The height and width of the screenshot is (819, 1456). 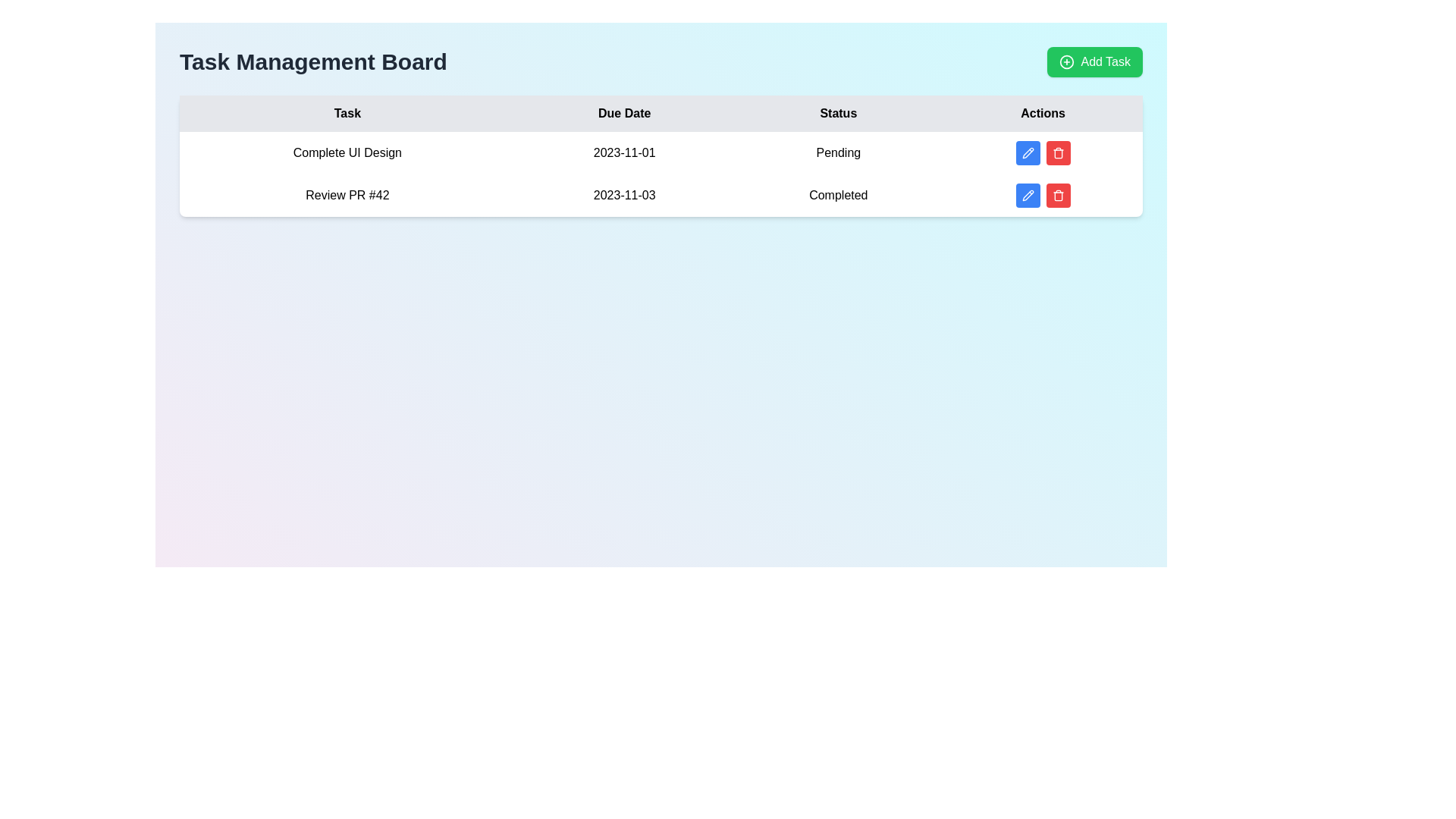 What do you see at coordinates (1095, 61) in the screenshot?
I see `the green 'Add Task' button with a white plus icon located in the top-right corner of the interface, next to the 'Task Management Board' header` at bounding box center [1095, 61].